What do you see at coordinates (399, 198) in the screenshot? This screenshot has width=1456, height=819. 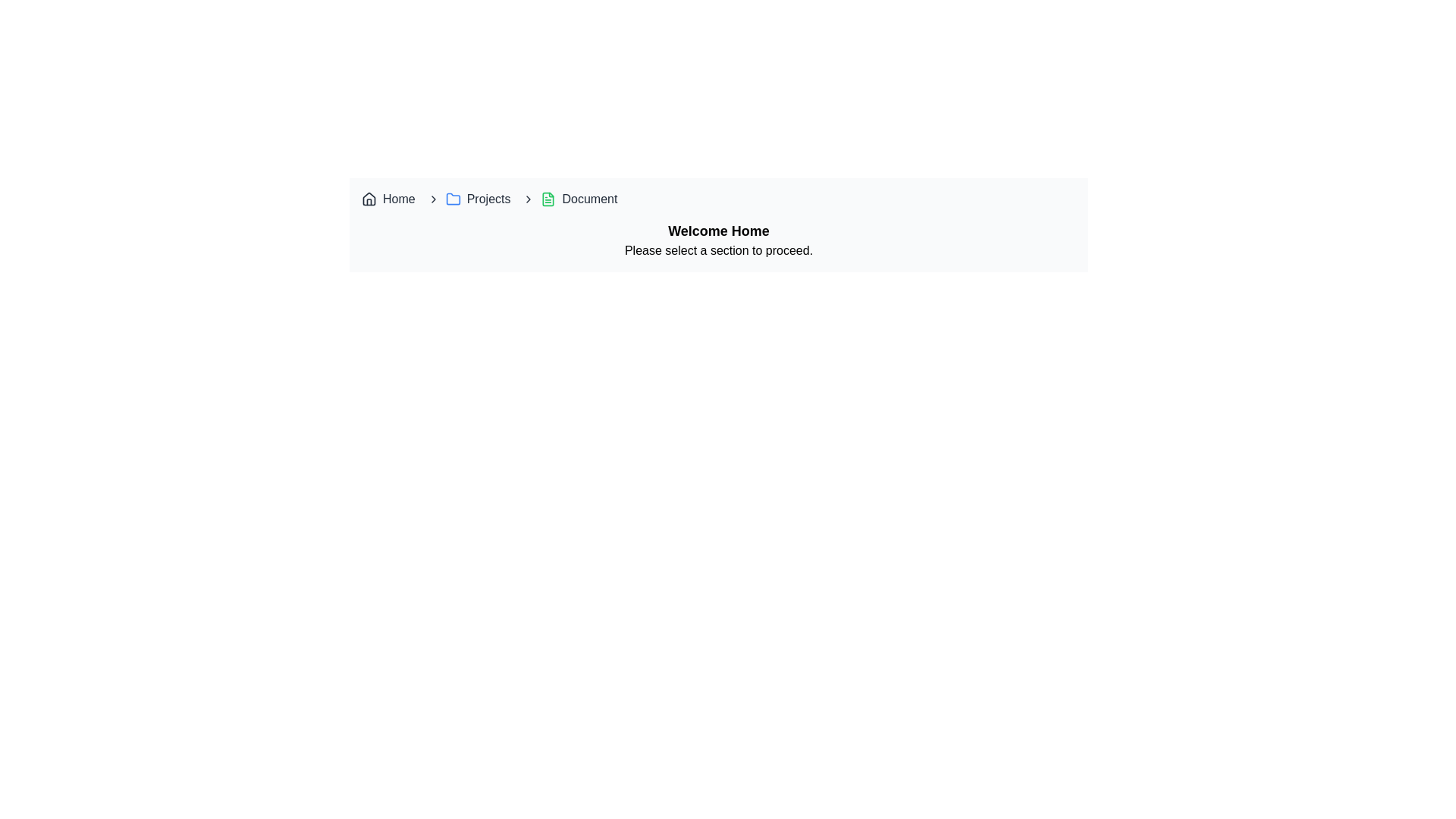 I see `the 'Home' breadcrumb label, which is the first item in the breadcrumb navigation bar, located between the house icon and the right arrow icon` at bounding box center [399, 198].